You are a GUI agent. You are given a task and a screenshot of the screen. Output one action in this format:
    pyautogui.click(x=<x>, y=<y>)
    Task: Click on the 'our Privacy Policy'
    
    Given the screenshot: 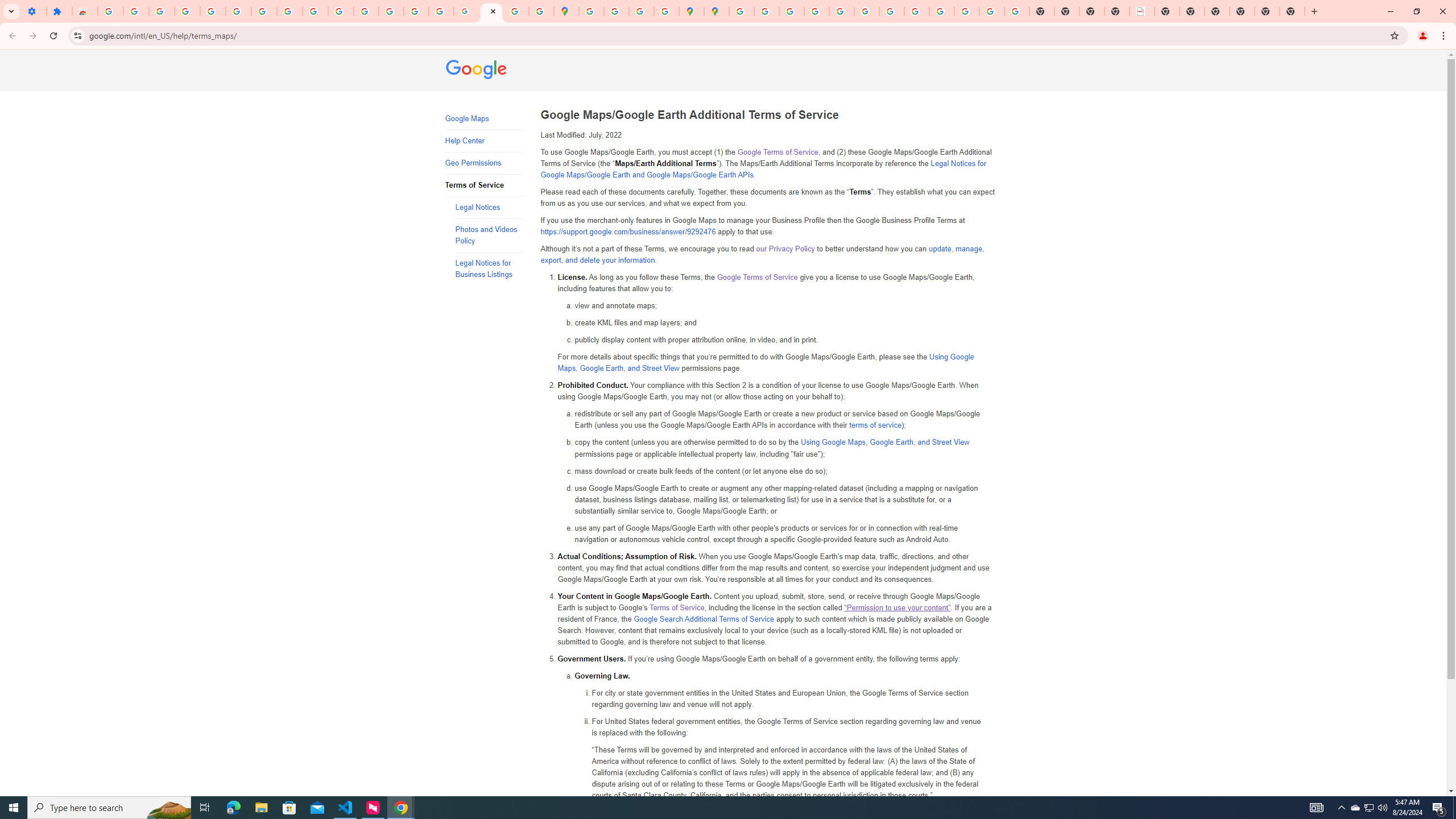 What is the action you would take?
    pyautogui.click(x=785, y=249)
    